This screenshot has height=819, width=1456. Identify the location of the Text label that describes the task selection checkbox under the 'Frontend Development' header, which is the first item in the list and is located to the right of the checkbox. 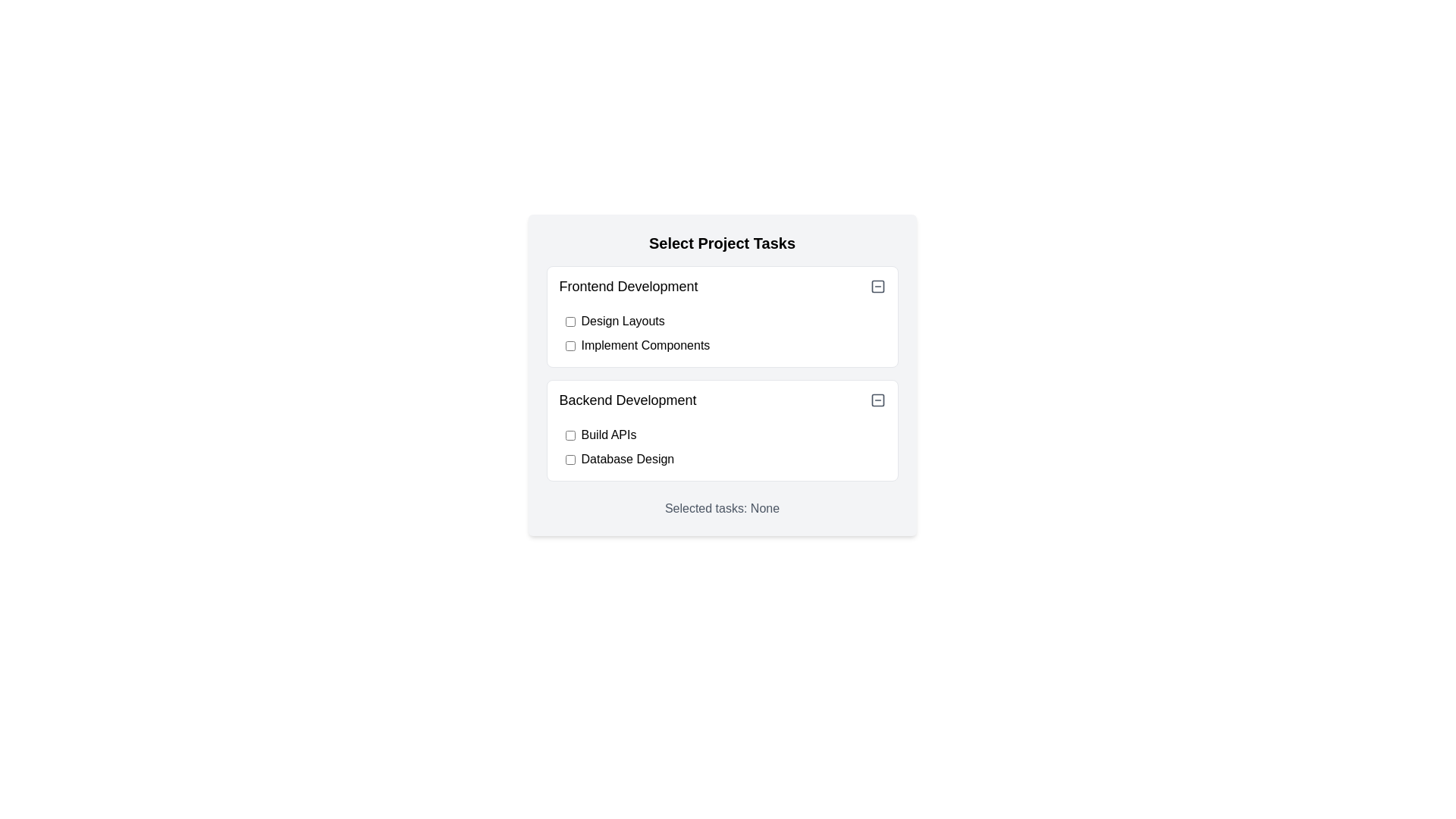
(623, 321).